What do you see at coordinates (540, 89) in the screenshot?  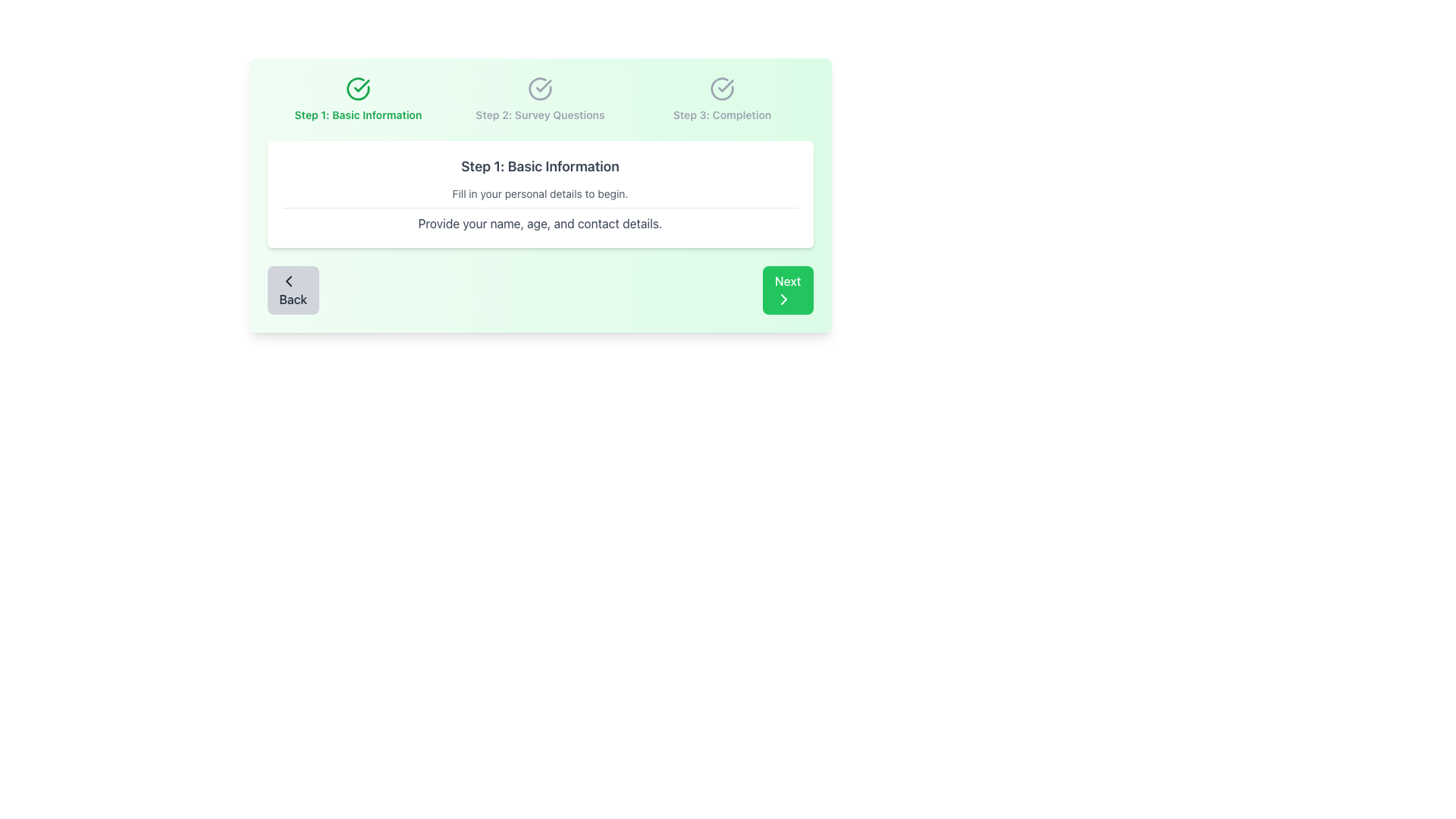 I see `the second graphical element in the SVG icon that indicates progression or completion status` at bounding box center [540, 89].